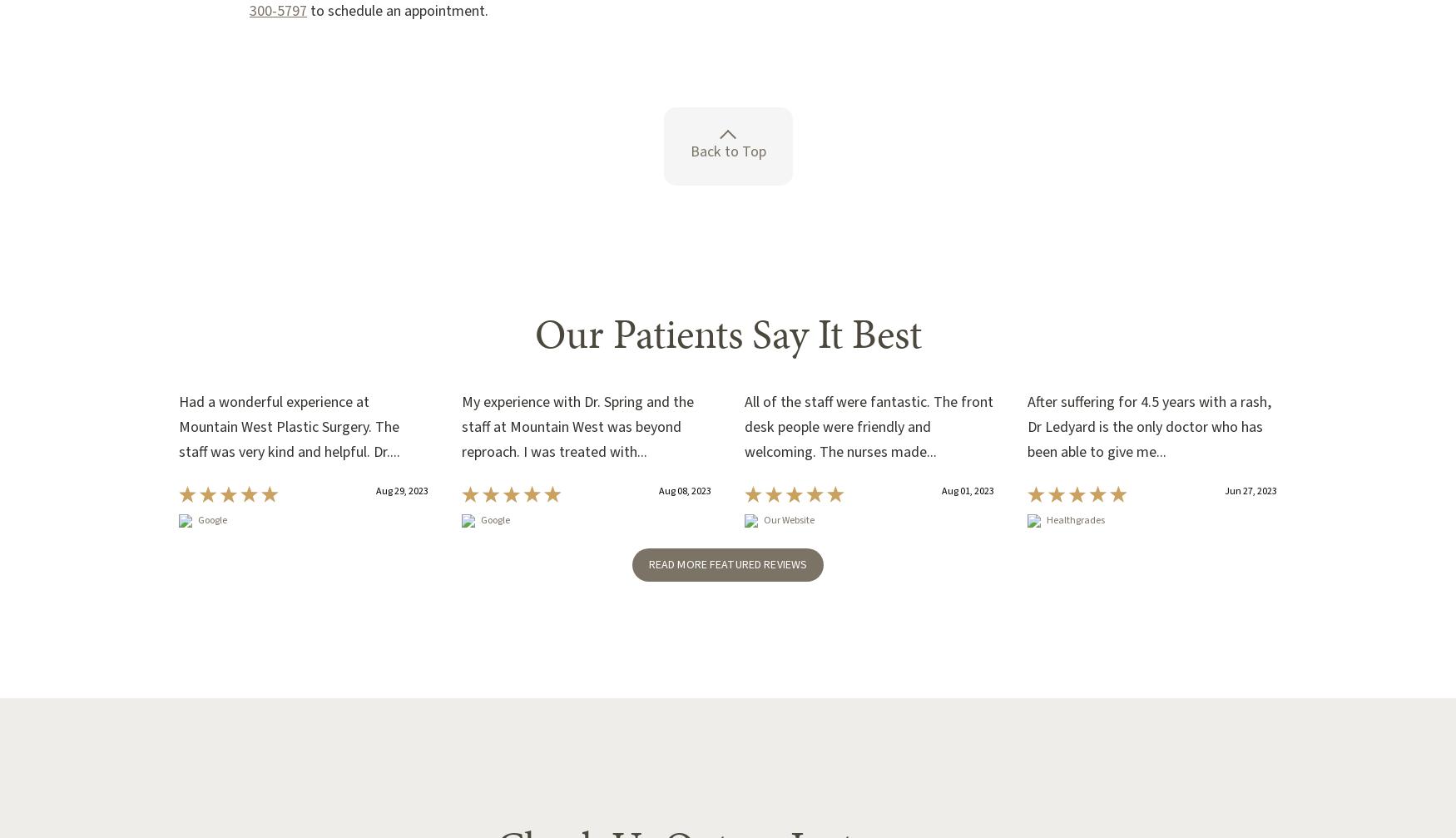  Describe the element at coordinates (967, 489) in the screenshot. I see `'Aug 01, 2023'` at that location.